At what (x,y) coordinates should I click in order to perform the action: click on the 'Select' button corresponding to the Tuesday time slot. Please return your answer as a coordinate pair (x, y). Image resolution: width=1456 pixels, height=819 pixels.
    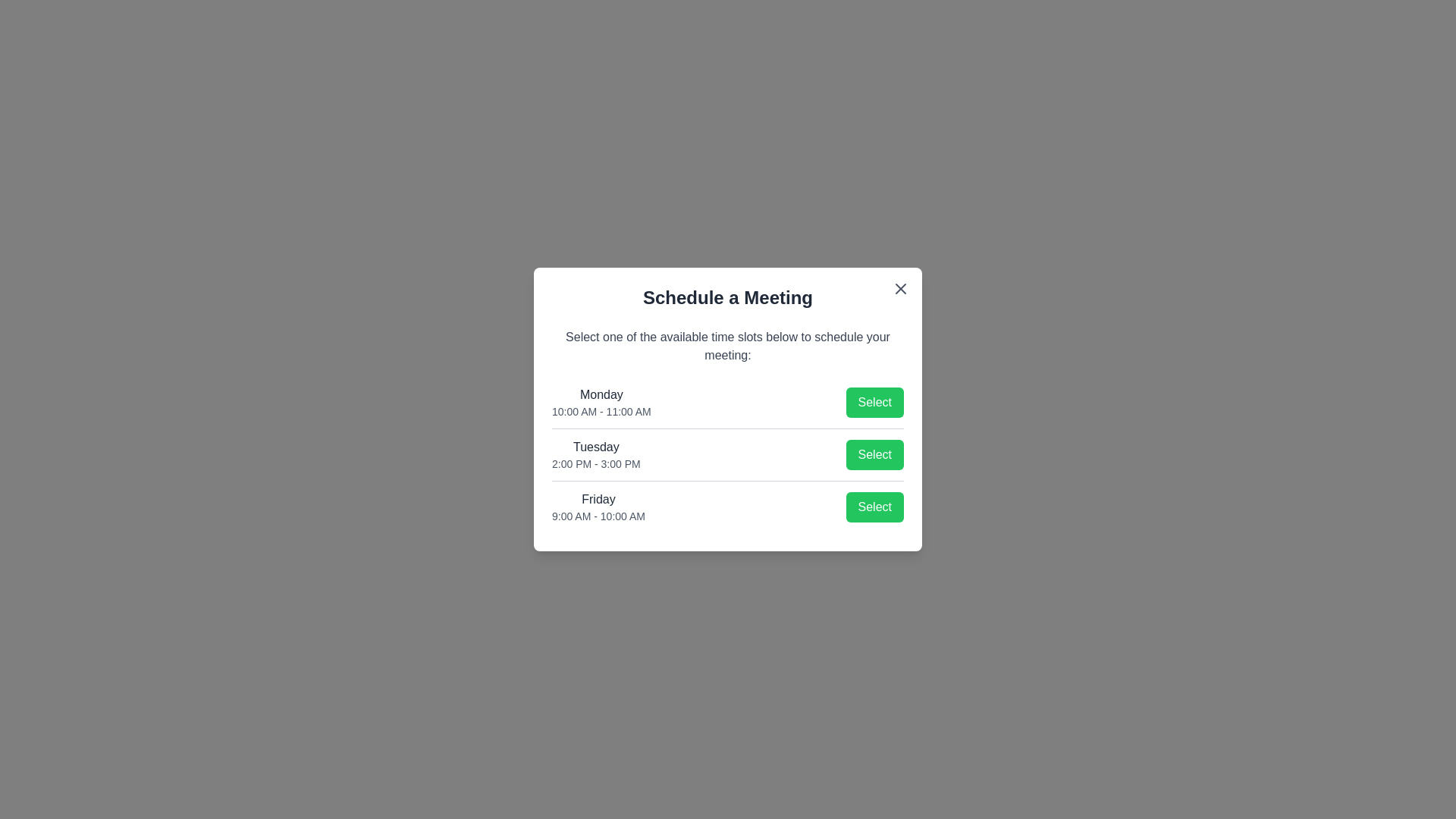
    Looking at the image, I should click on (874, 454).